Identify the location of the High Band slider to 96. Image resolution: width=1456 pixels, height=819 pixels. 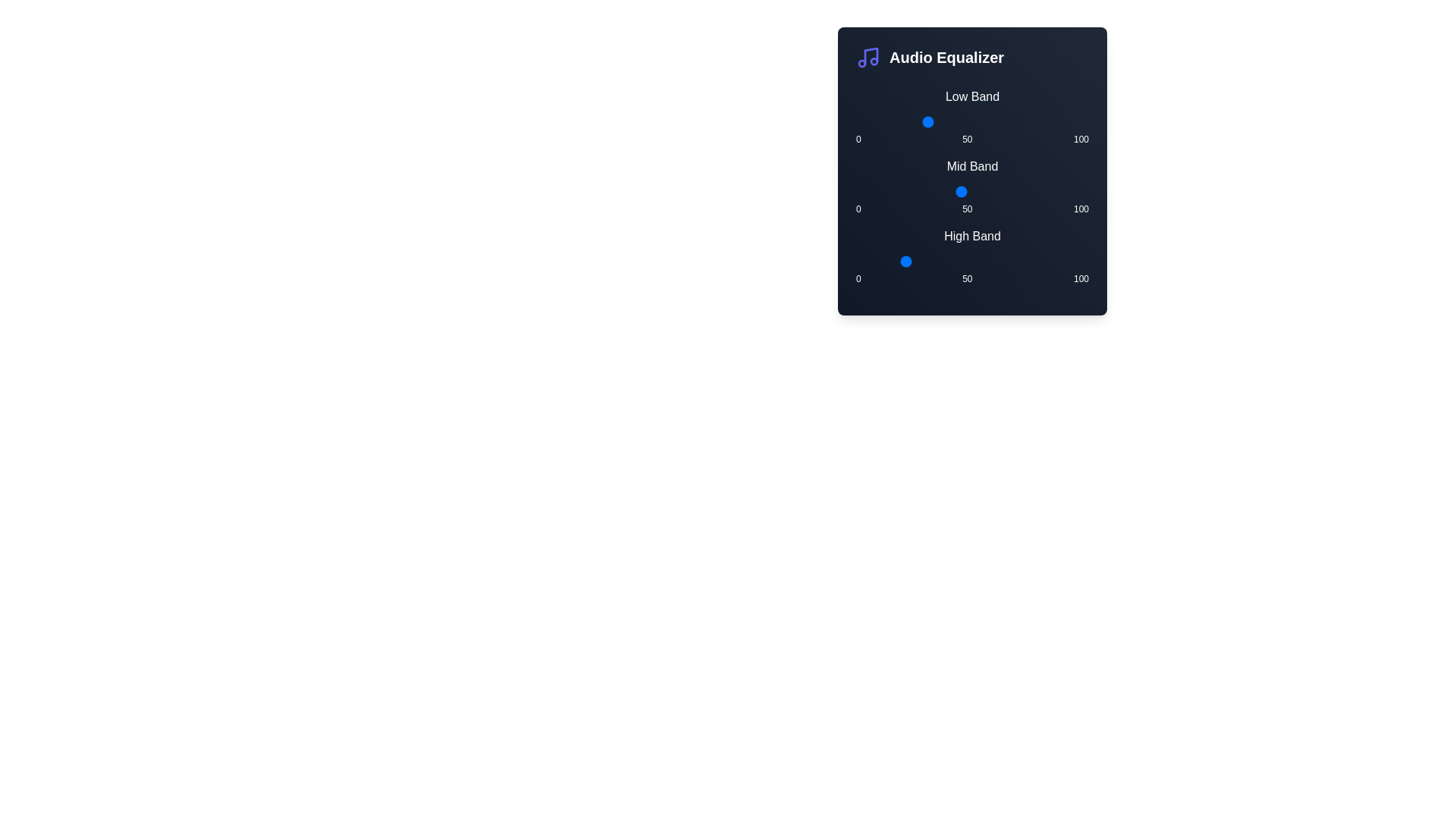
(1078, 260).